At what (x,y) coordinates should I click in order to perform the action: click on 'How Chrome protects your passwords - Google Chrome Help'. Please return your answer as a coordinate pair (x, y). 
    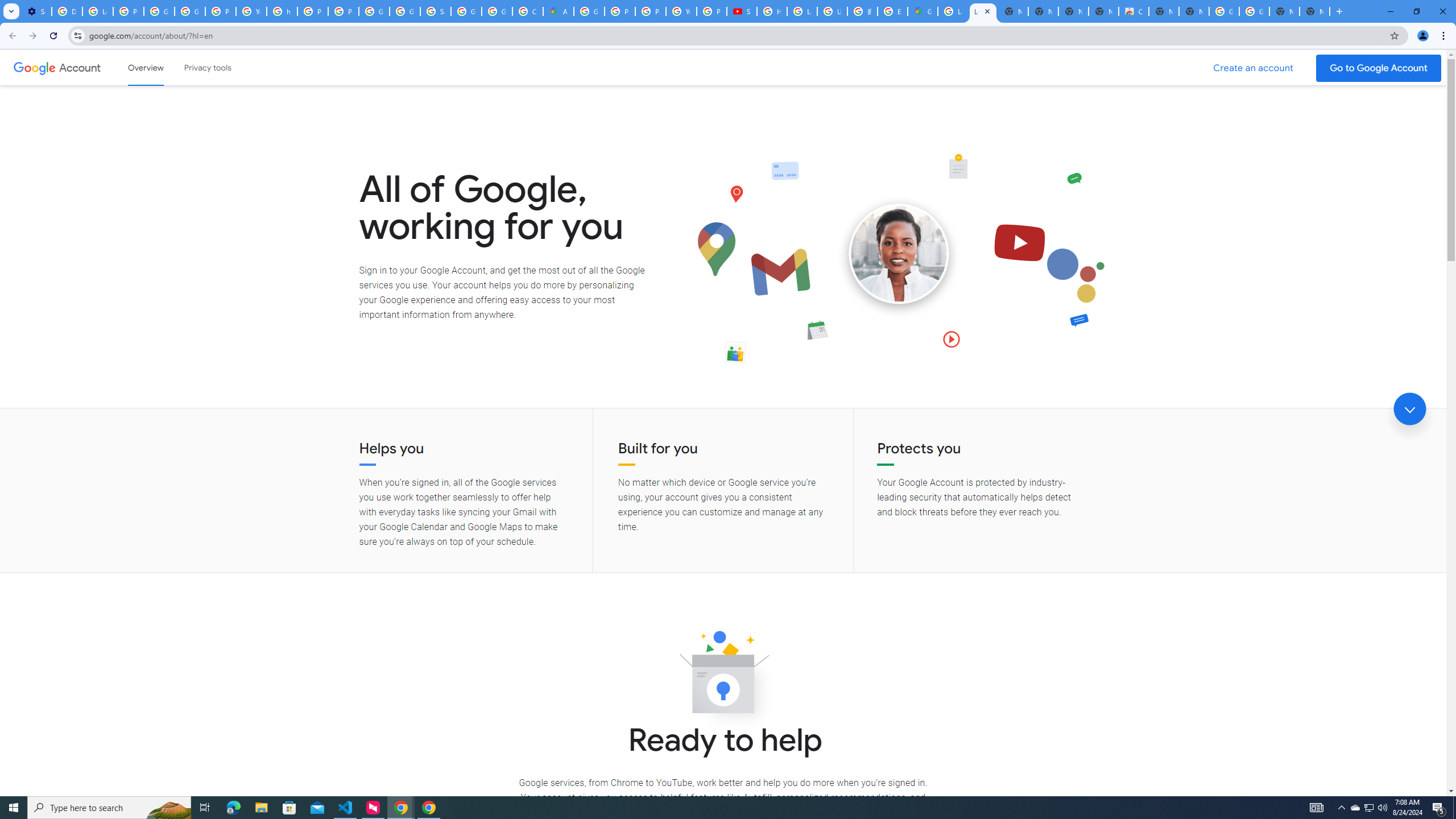
    Looking at the image, I should click on (771, 11).